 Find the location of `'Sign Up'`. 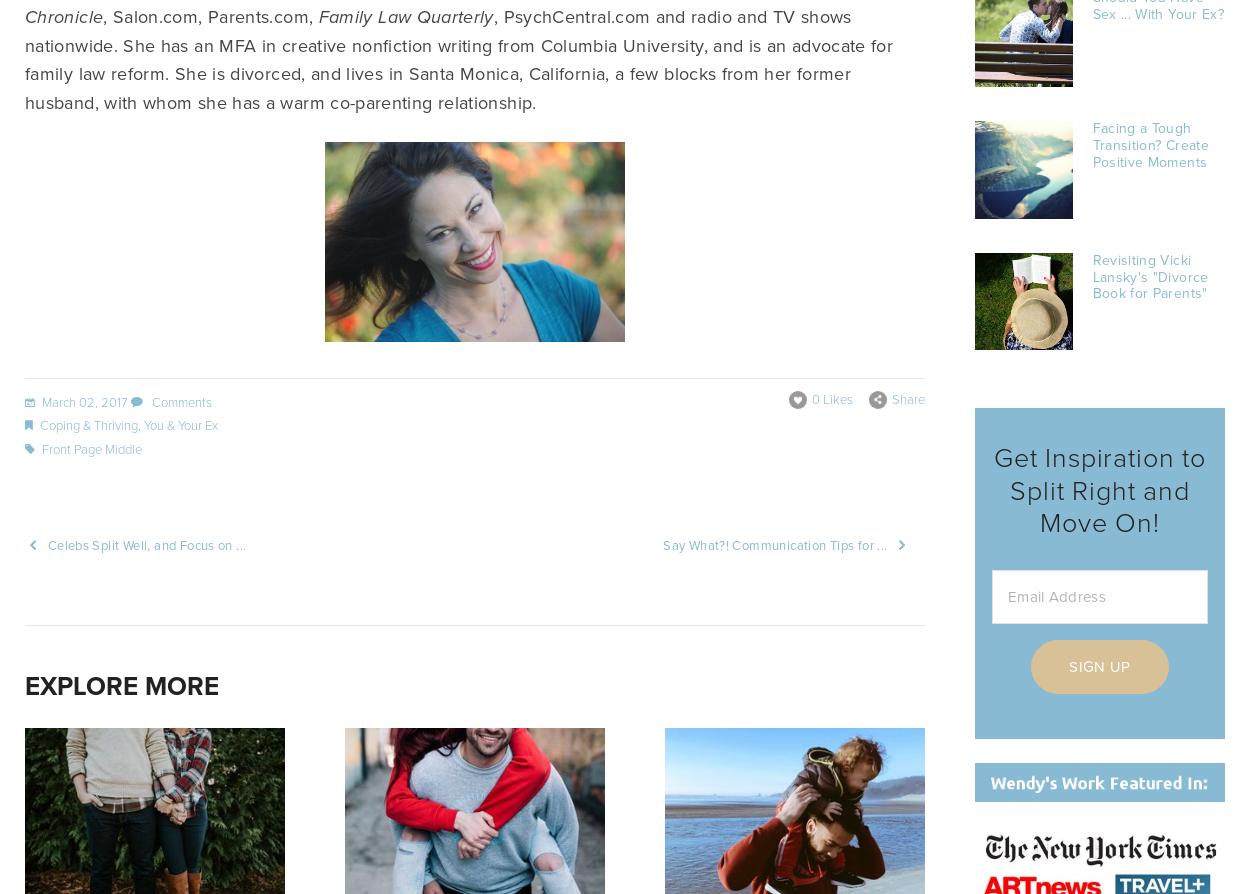

'Sign Up' is located at coordinates (1068, 667).